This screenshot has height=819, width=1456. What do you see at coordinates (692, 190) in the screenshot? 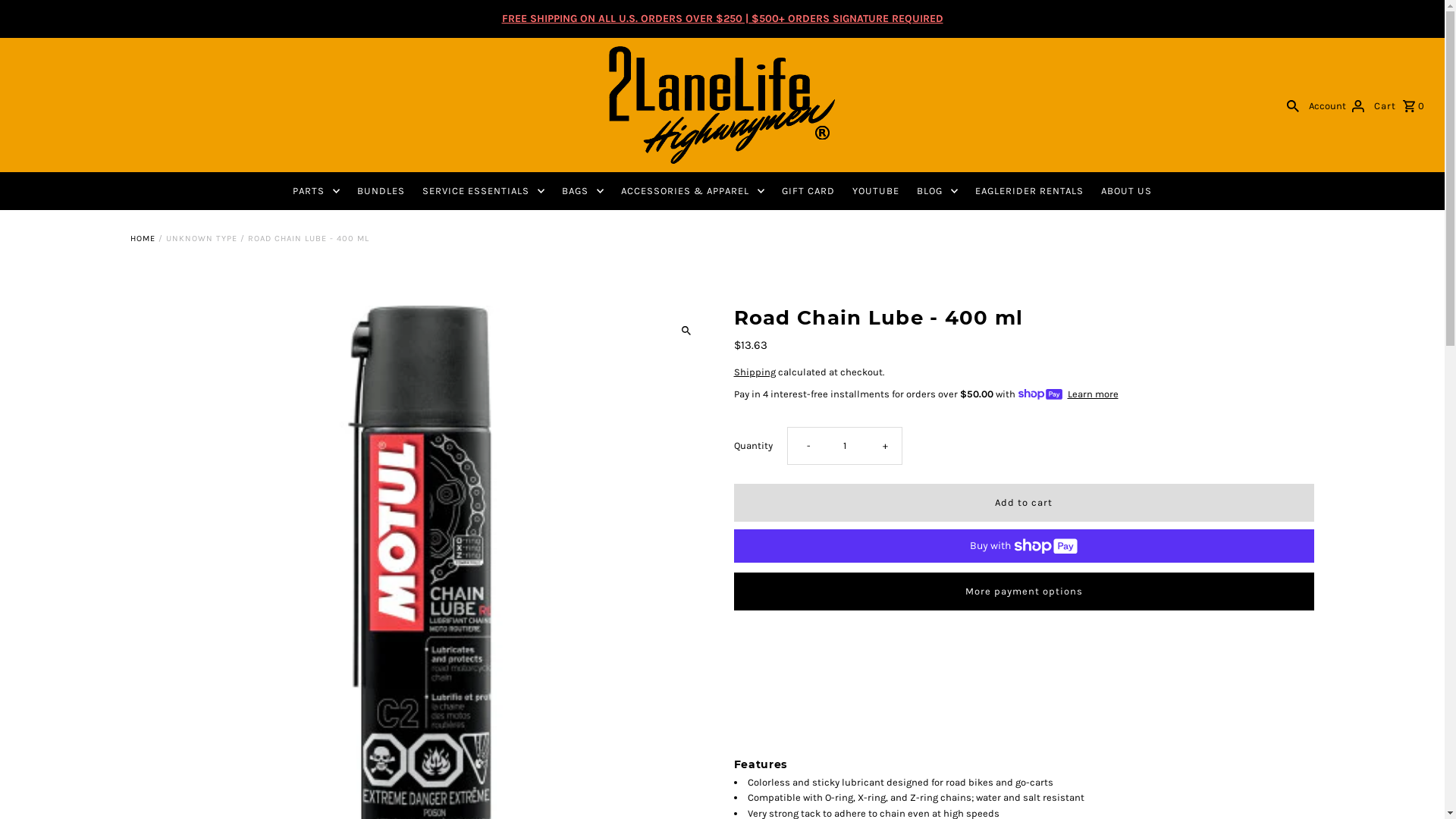
I see `'ACCESSORIES & APPAREL'` at bounding box center [692, 190].